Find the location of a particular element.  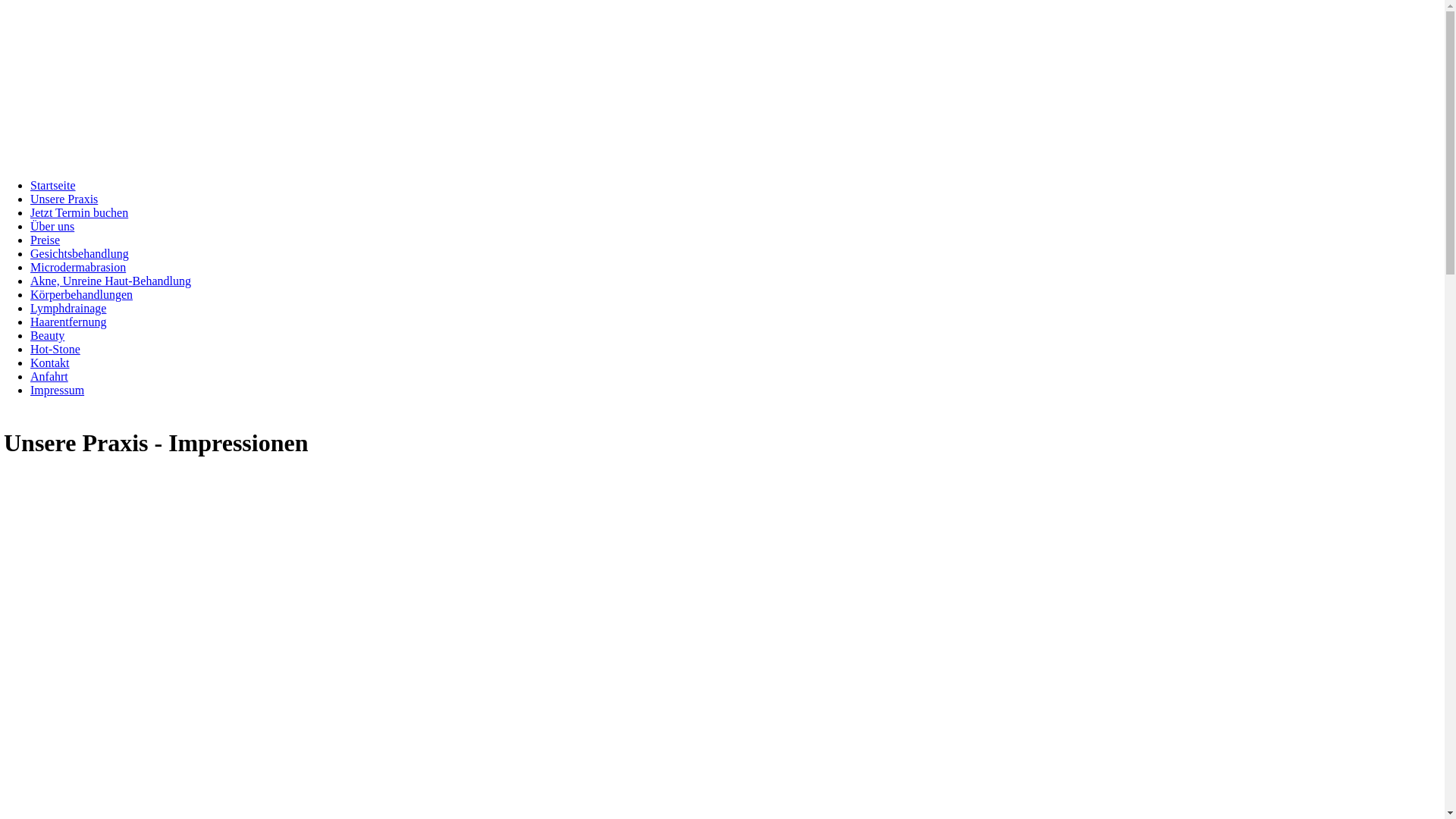

'Kontakt' is located at coordinates (50, 362).